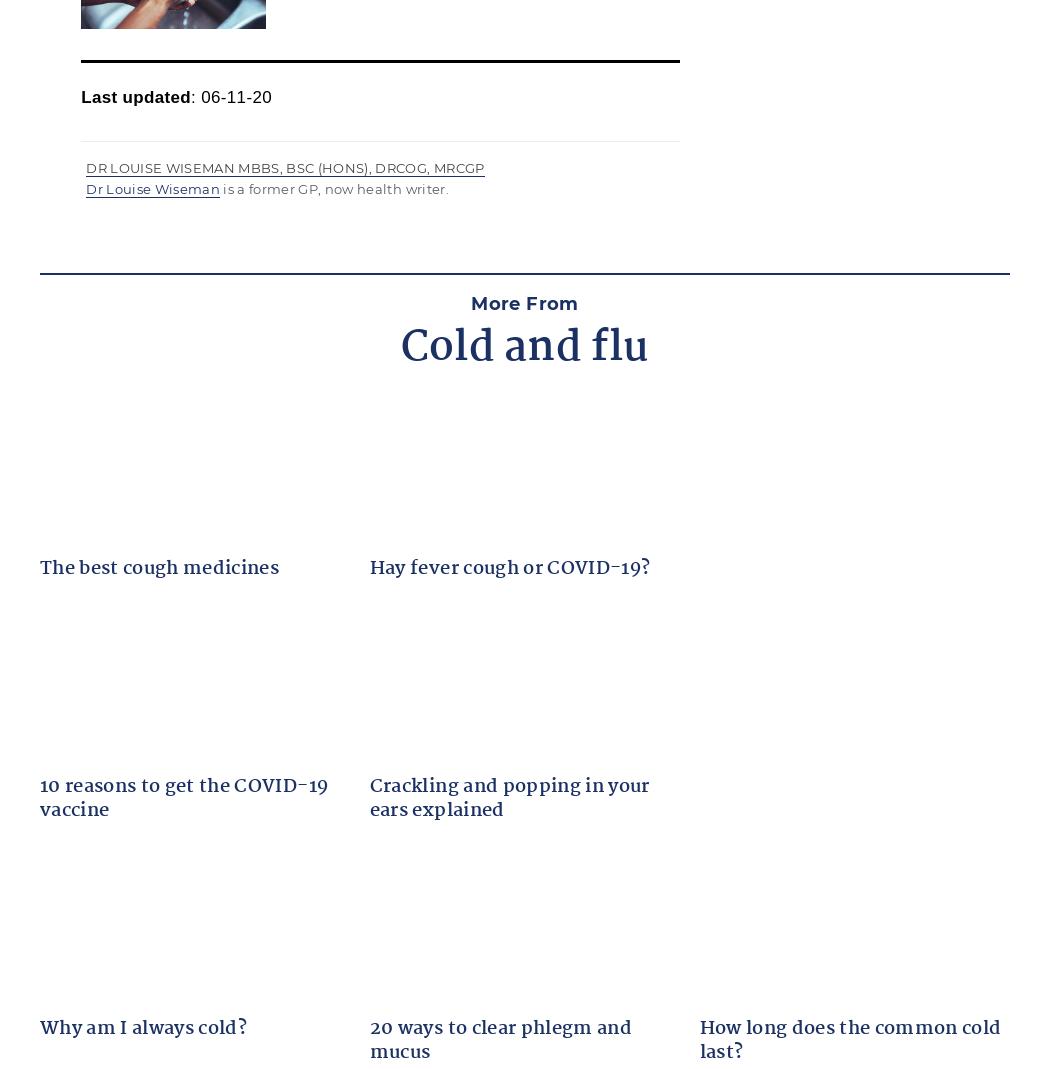 The height and width of the screenshot is (1069, 1050). I want to click on 'Why am I always cold?', so click(142, 1029).